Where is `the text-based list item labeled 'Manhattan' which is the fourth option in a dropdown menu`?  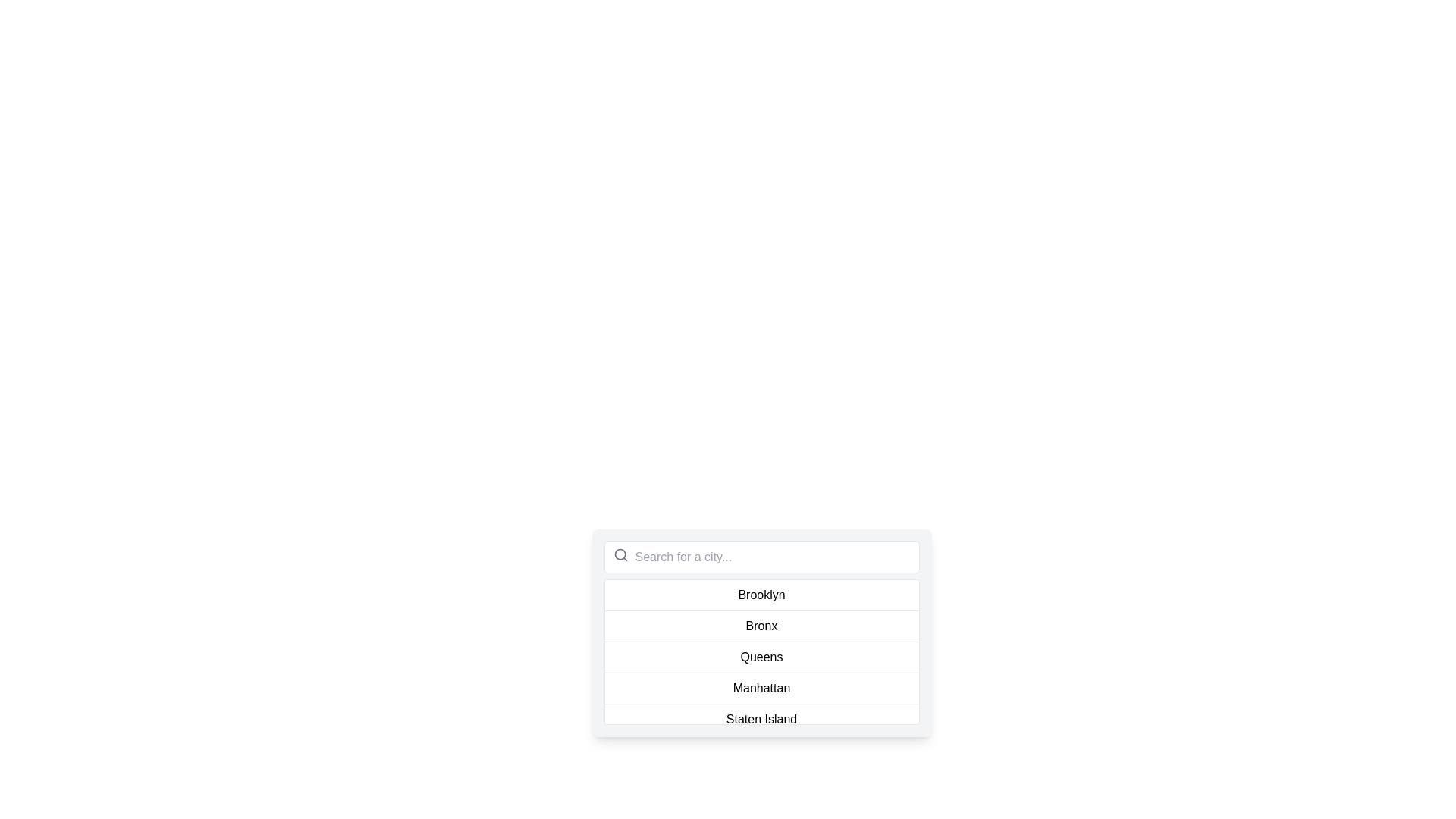
the text-based list item labeled 'Manhattan' which is the fourth option in a dropdown menu is located at coordinates (761, 688).